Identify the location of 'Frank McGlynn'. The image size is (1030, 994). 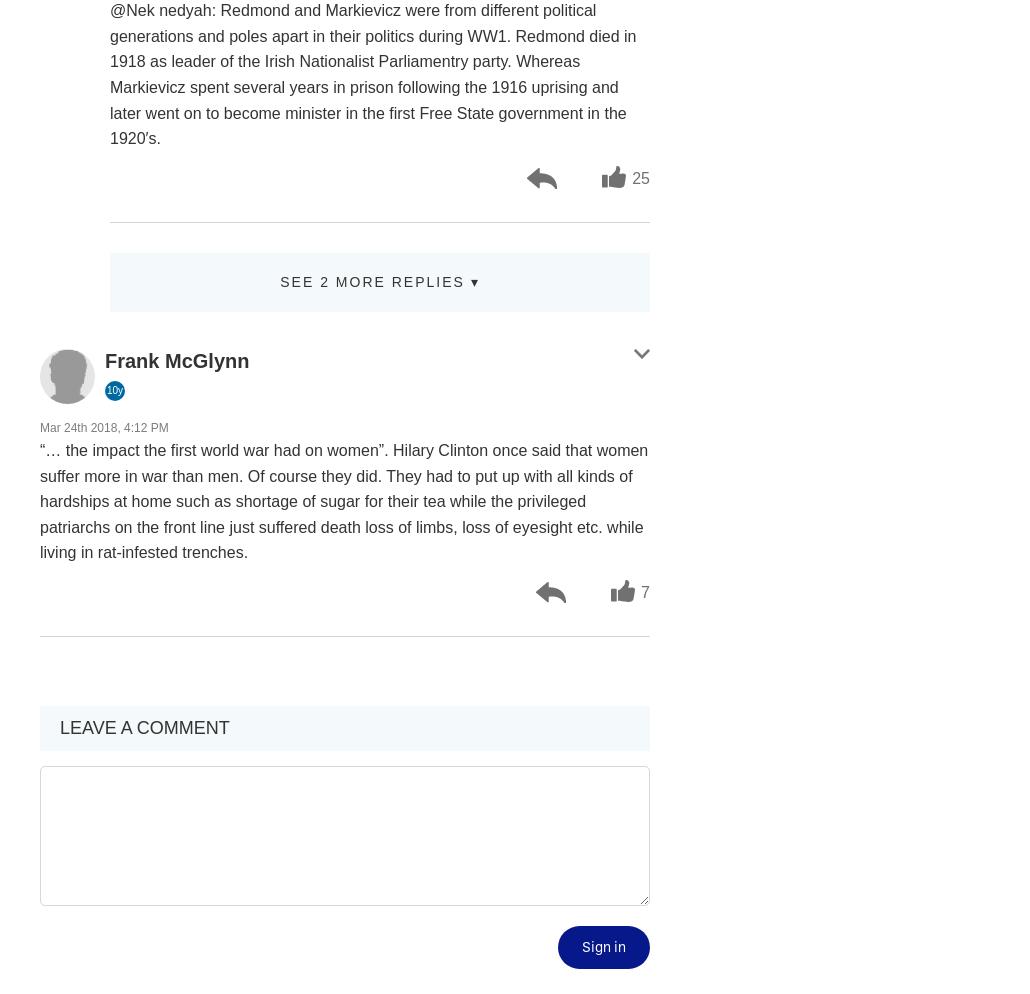
(176, 360).